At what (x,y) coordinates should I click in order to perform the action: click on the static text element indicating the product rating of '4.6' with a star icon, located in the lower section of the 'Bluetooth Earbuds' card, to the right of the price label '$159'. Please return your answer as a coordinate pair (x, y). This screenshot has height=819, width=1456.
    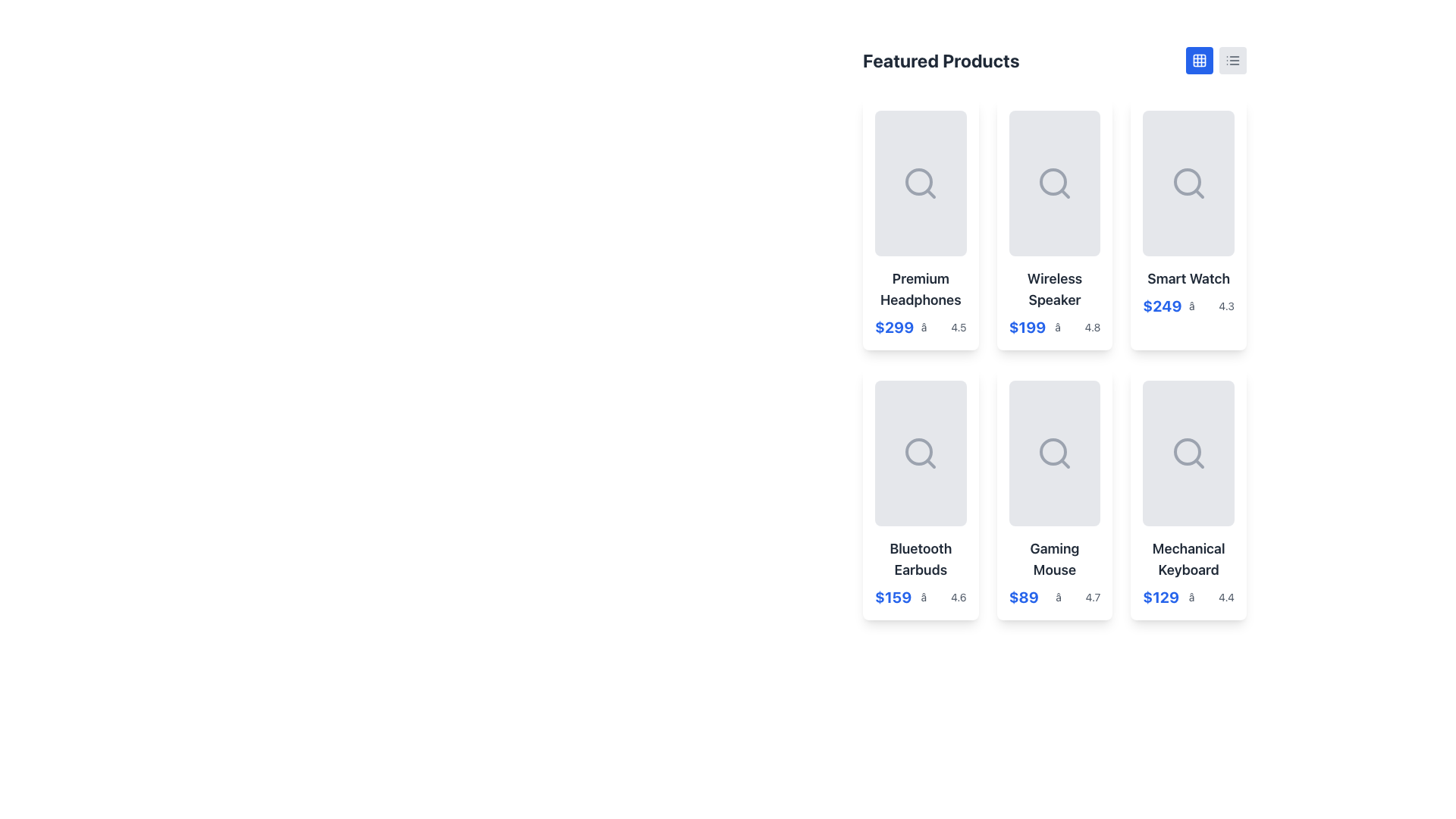
    Looking at the image, I should click on (943, 596).